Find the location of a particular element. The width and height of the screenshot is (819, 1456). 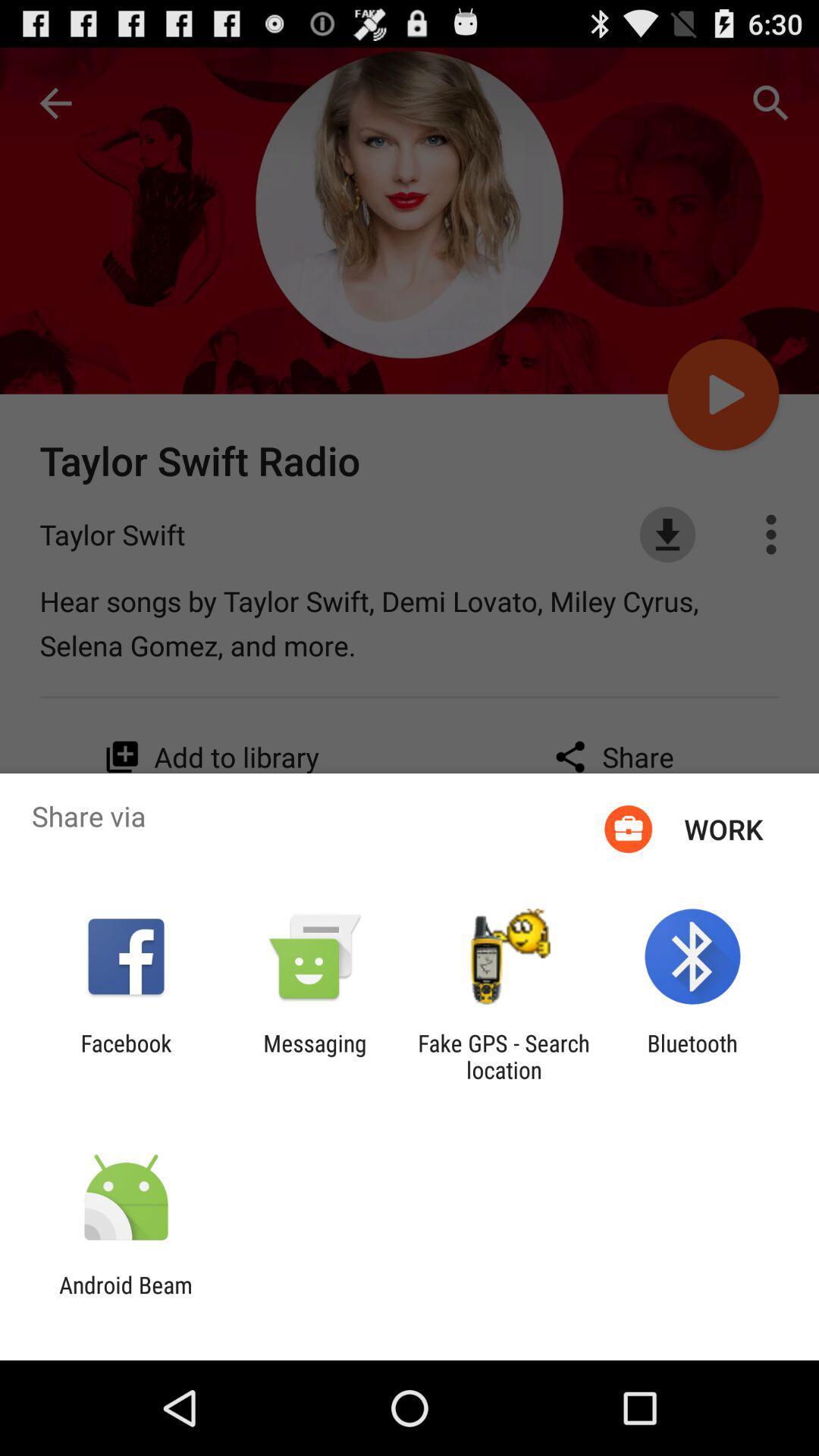

icon next to the messaging item is located at coordinates (504, 1056).